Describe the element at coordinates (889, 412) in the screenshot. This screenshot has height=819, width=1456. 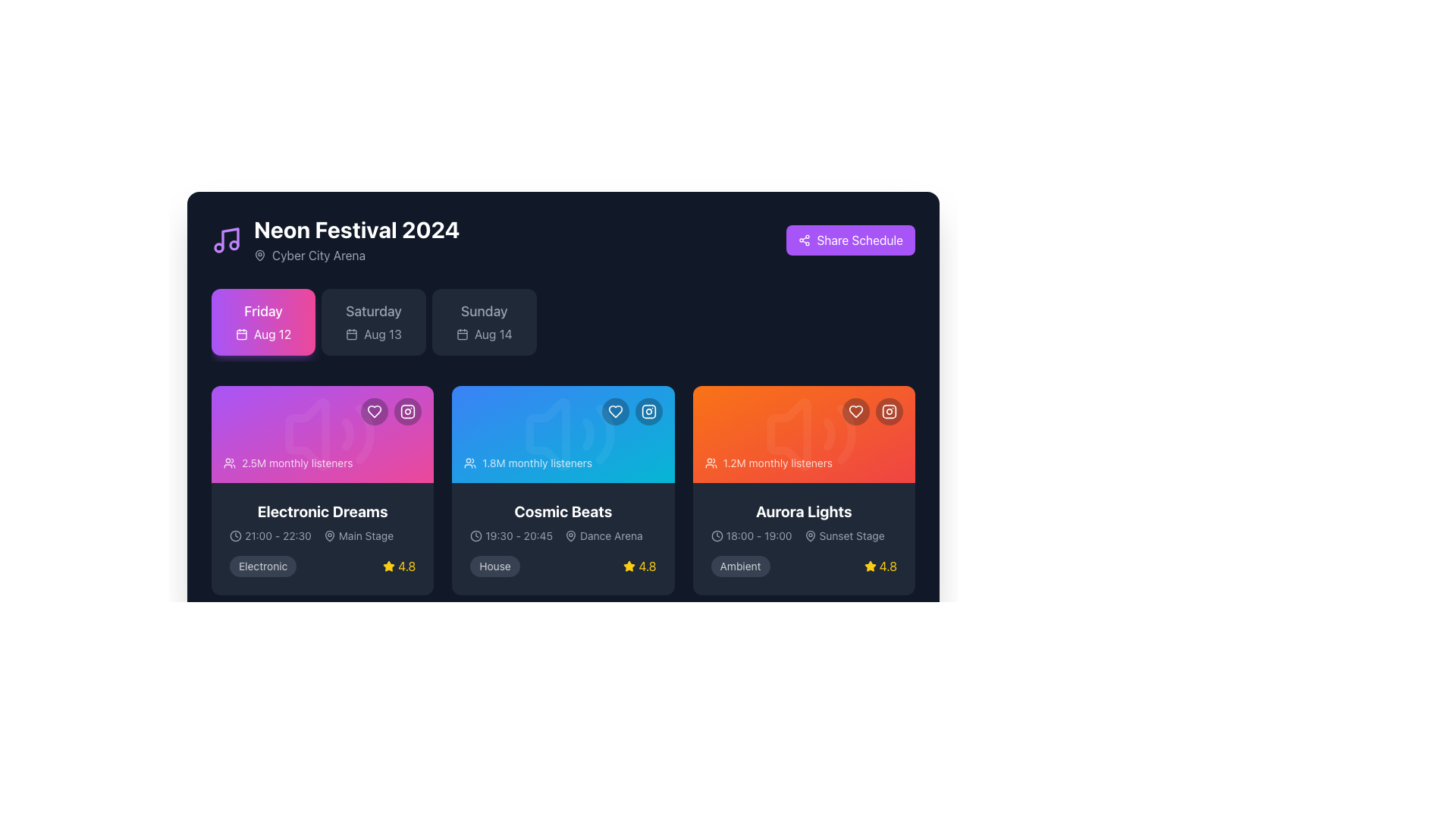
I see `the circular Instagram button with a semi-transparent dark gray background located at the top-right corner of the 'Aurora Lights' card to observe the hover effect` at that location.